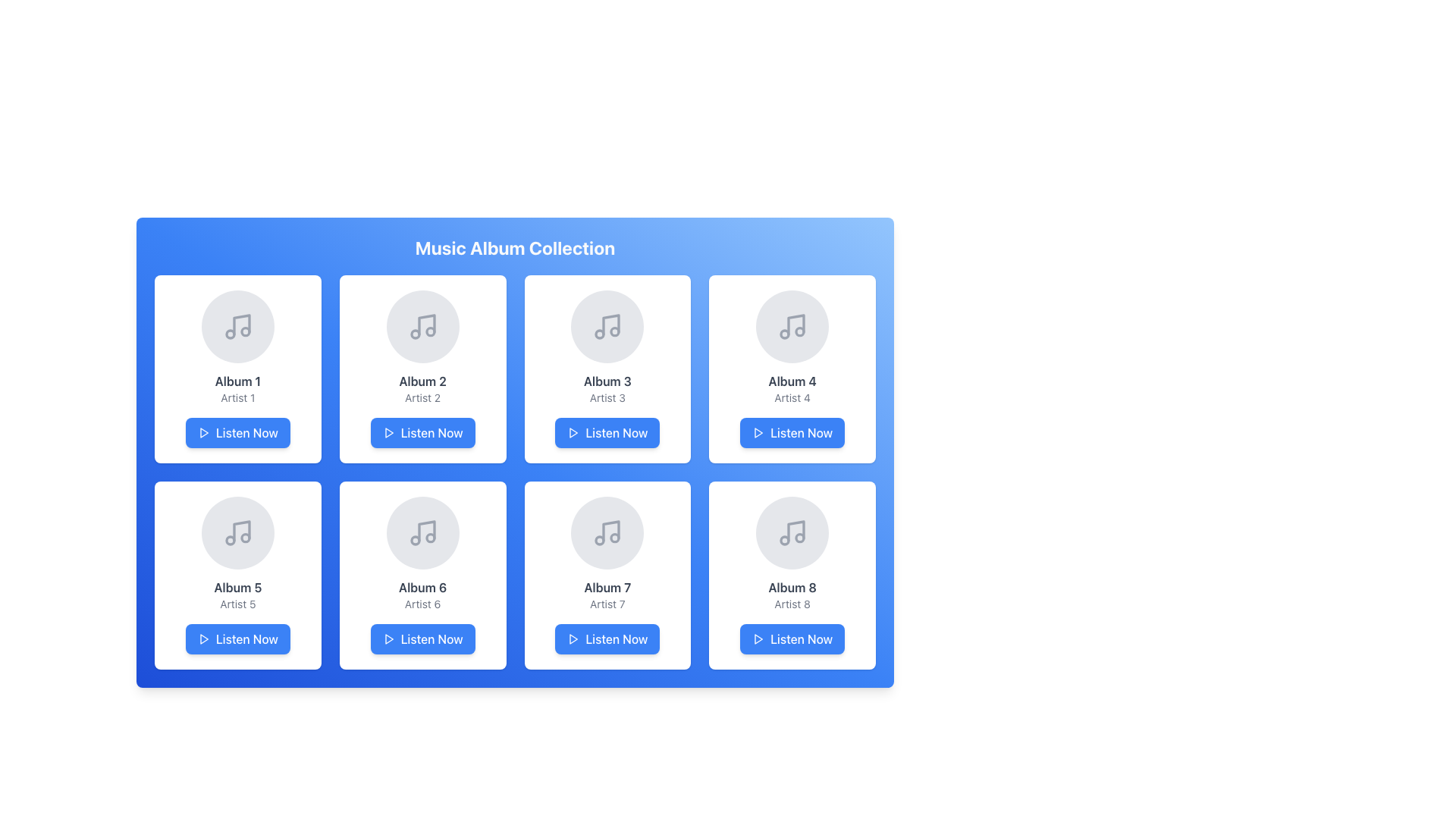  I want to click on the blue 'Listen Now' button with rounded corners and a play icon, located below 'Album 3' and 'Artist 3' in the third card of a 2x4 grid layout, so click(607, 432).